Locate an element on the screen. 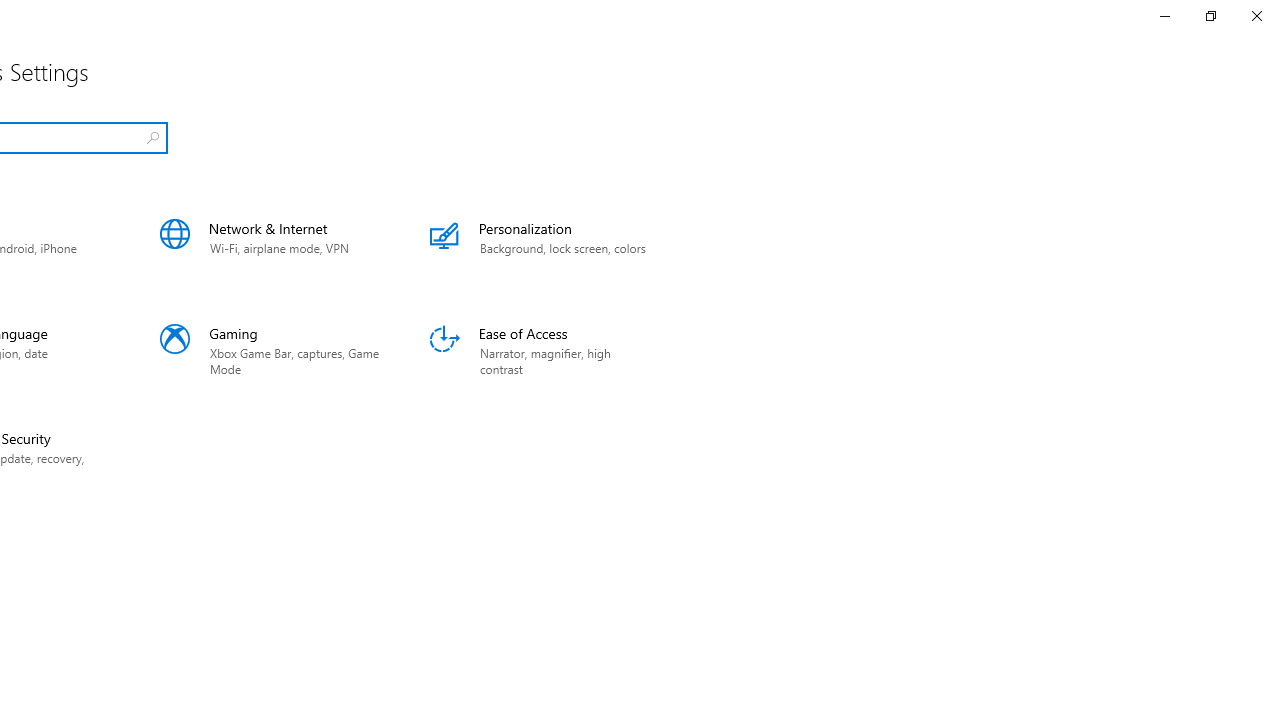 This screenshot has width=1280, height=720. 'Network & Internet' is located at coordinates (269, 245).